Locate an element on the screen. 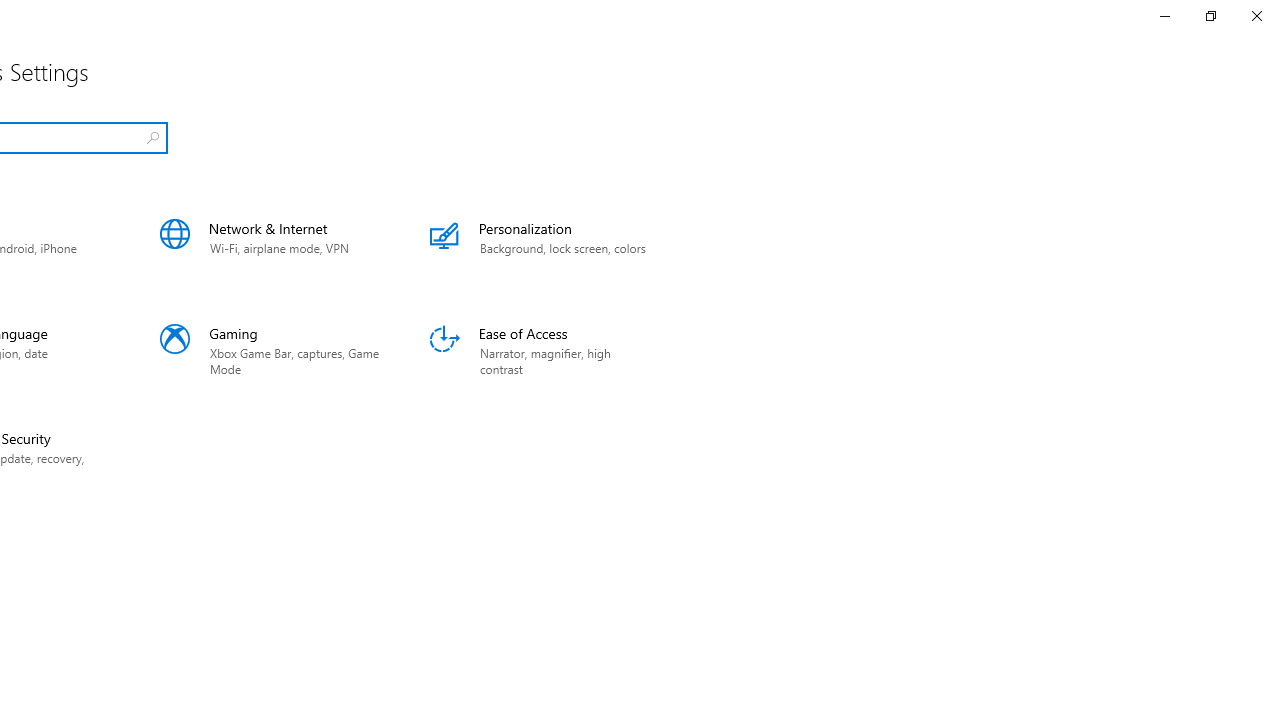 This screenshot has width=1280, height=720. 'Network & Internet' is located at coordinates (269, 245).